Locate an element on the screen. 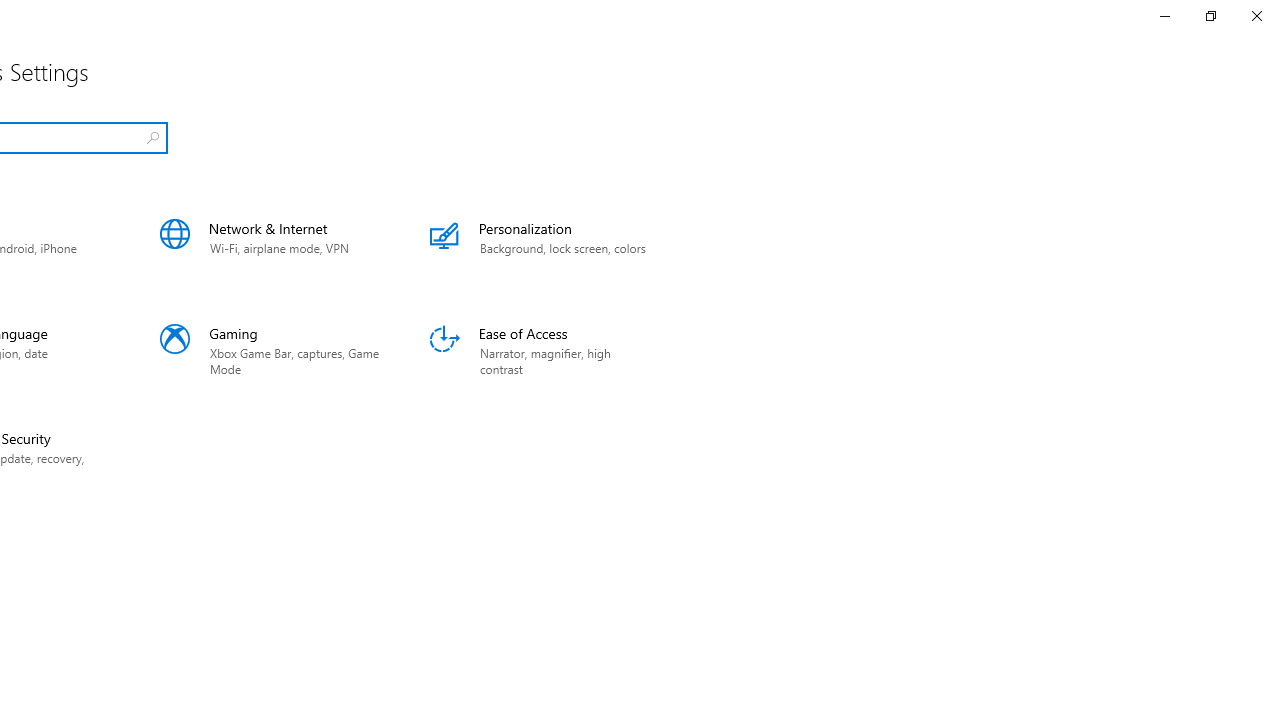 This screenshot has width=1280, height=720. 'Network & Internet' is located at coordinates (269, 245).